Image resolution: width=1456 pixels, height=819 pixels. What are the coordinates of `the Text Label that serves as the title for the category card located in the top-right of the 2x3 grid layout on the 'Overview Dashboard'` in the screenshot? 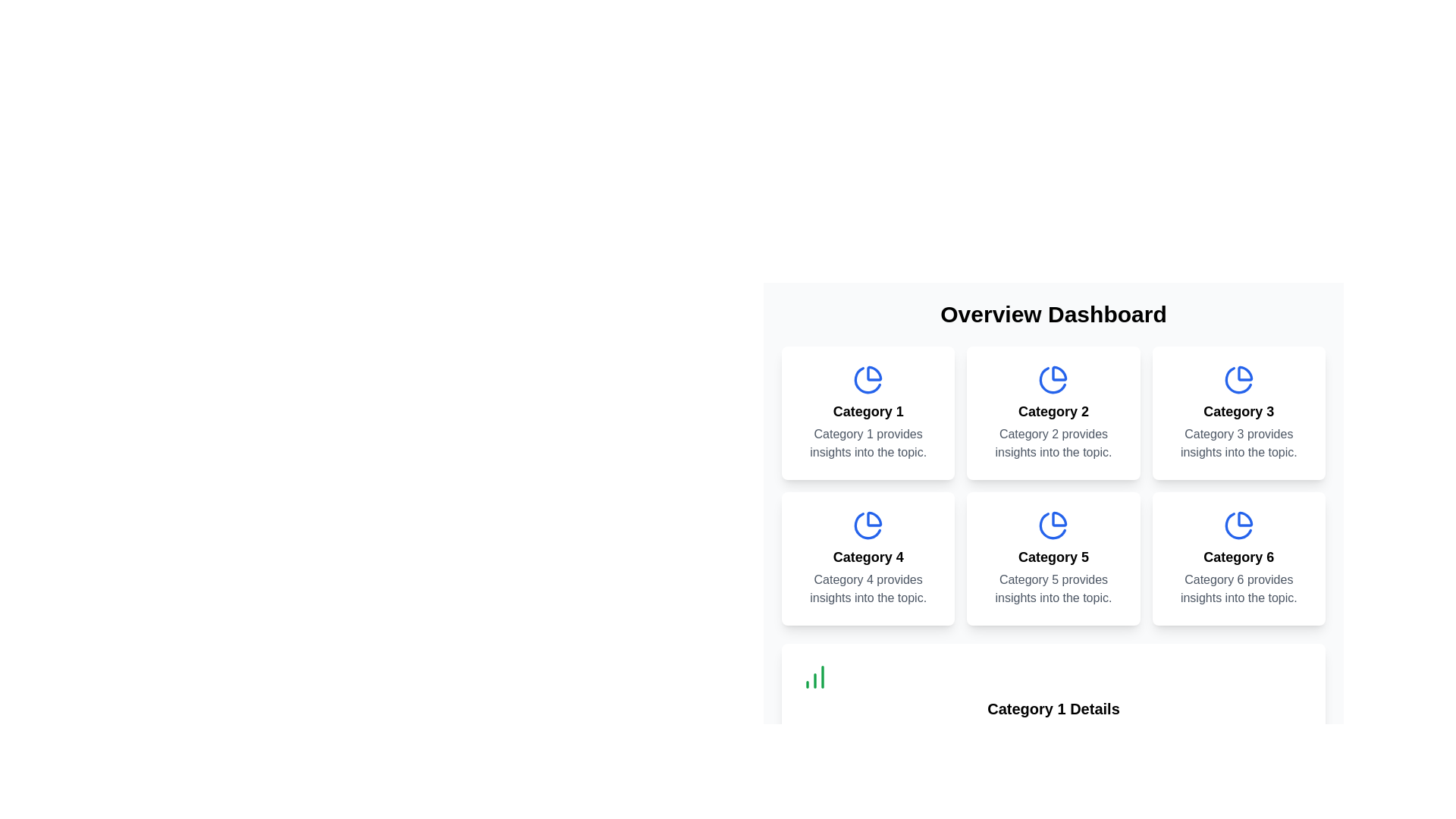 It's located at (1238, 412).